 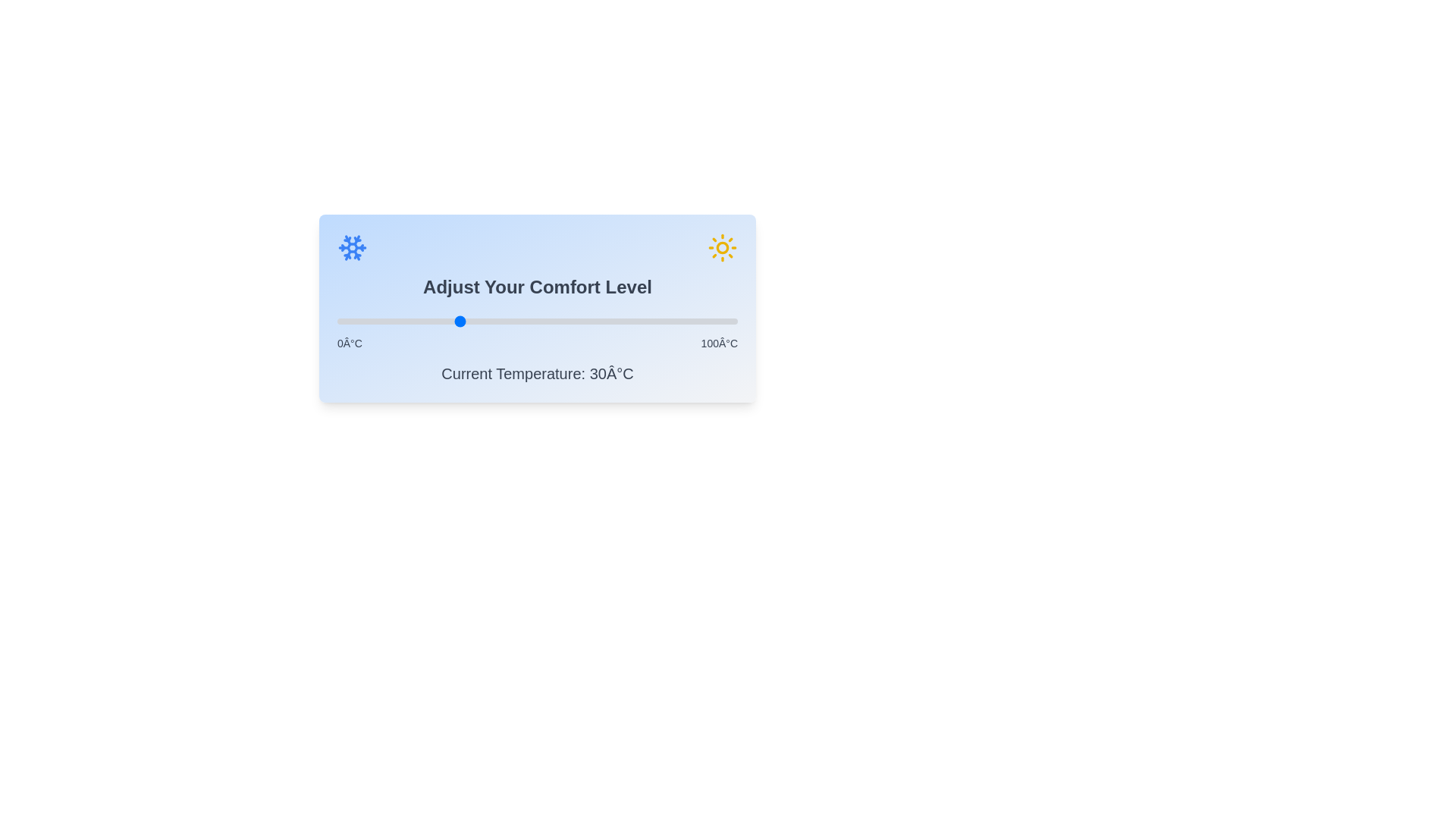 I want to click on the temperature slider to 91°C, so click(x=701, y=321).